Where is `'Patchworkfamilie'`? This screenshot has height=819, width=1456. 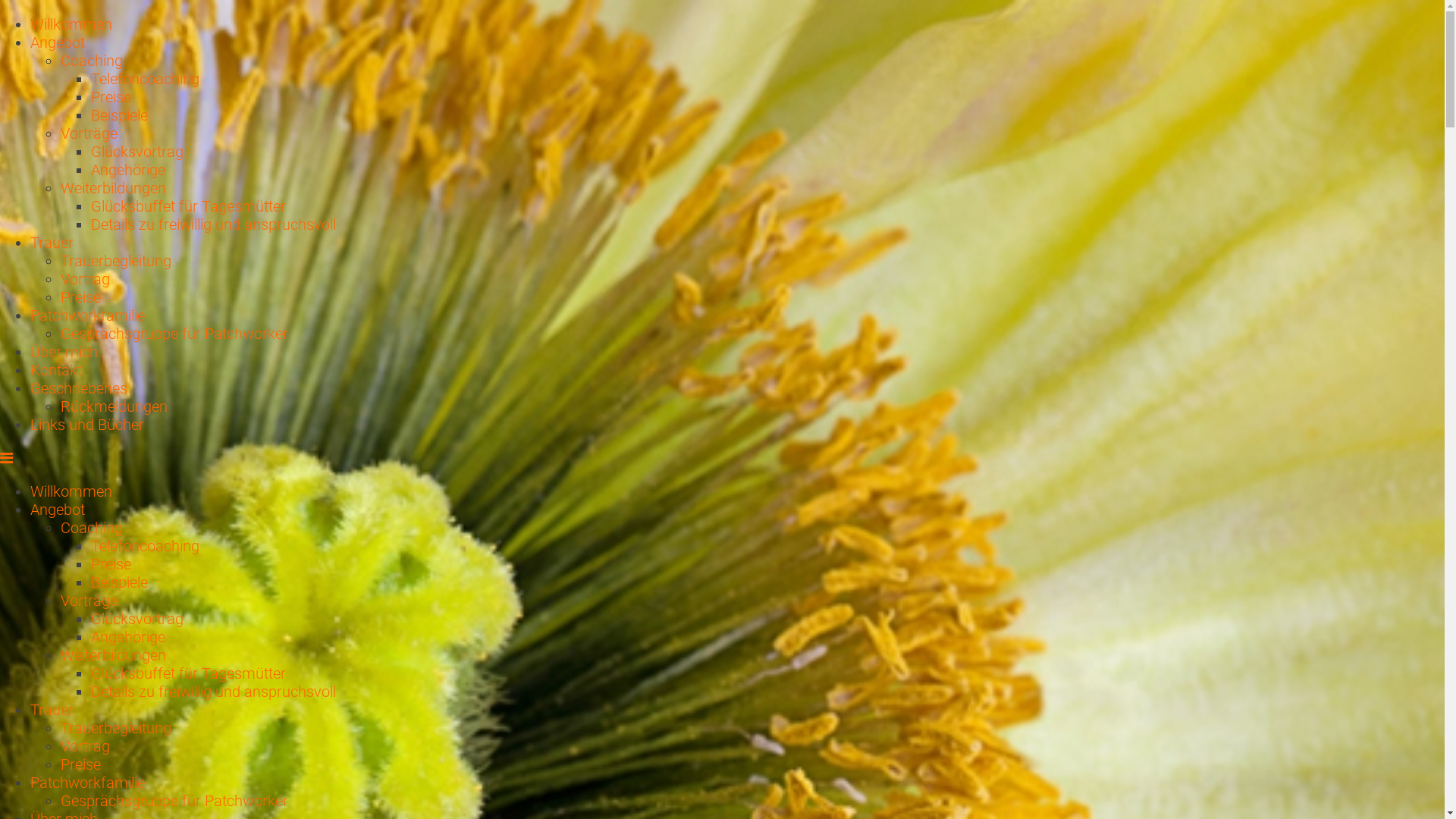 'Patchworkfamilie' is located at coordinates (86, 783).